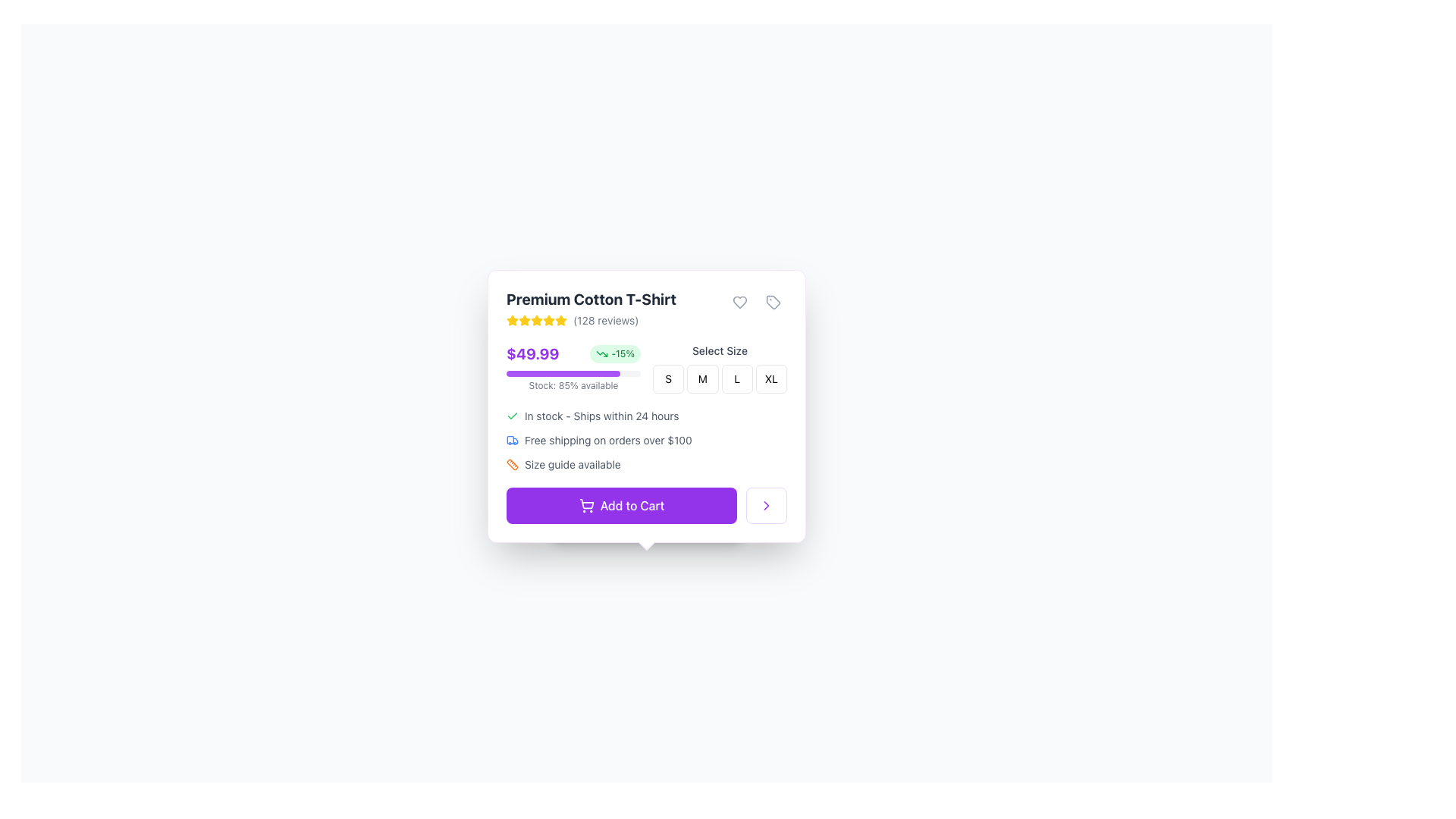  What do you see at coordinates (767, 506) in the screenshot?
I see `the rightward-pointing chevron icon within the circular button in the bottom right corner of the product card` at bounding box center [767, 506].